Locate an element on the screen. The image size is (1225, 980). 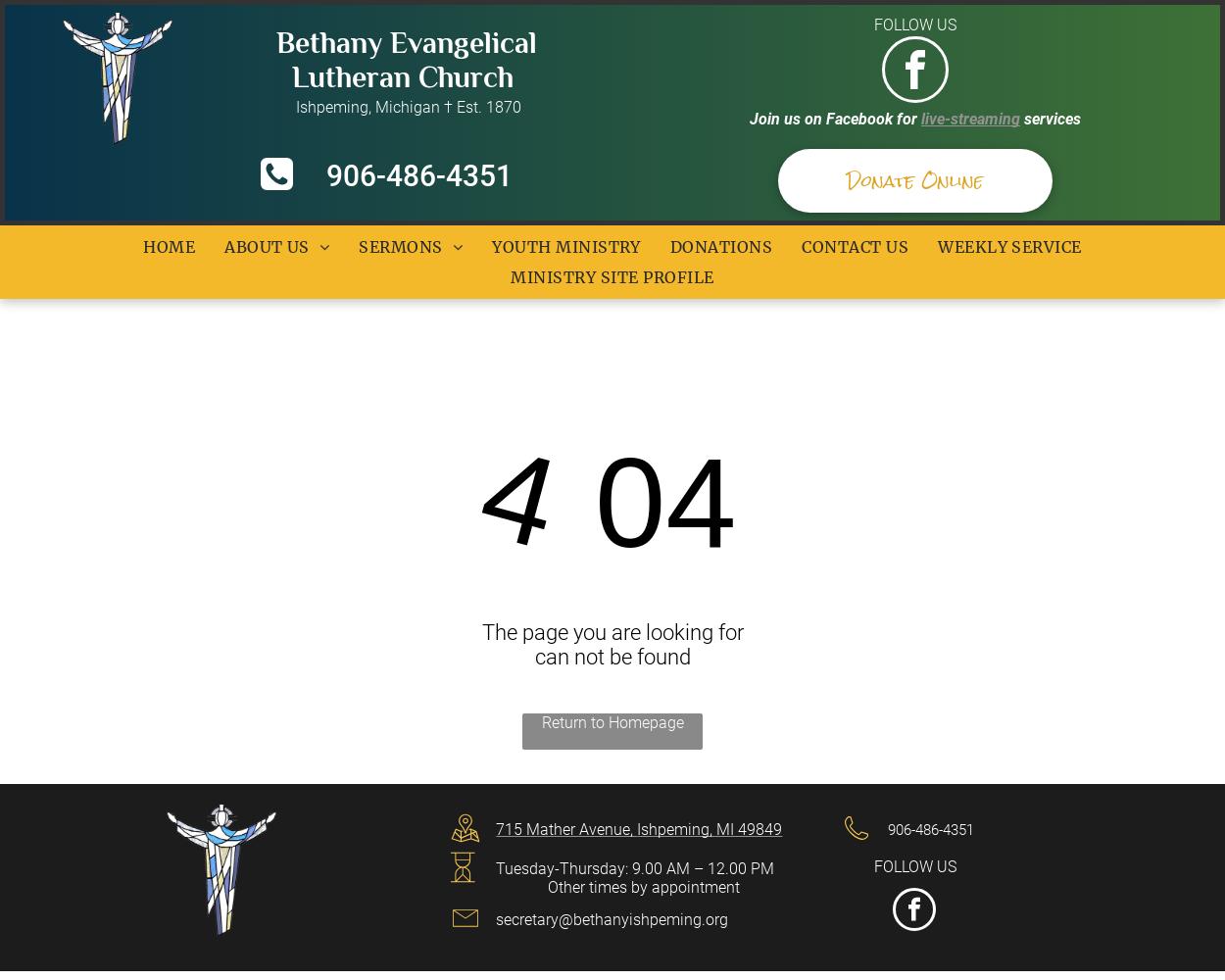
'DONATIONS' is located at coordinates (669, 247).